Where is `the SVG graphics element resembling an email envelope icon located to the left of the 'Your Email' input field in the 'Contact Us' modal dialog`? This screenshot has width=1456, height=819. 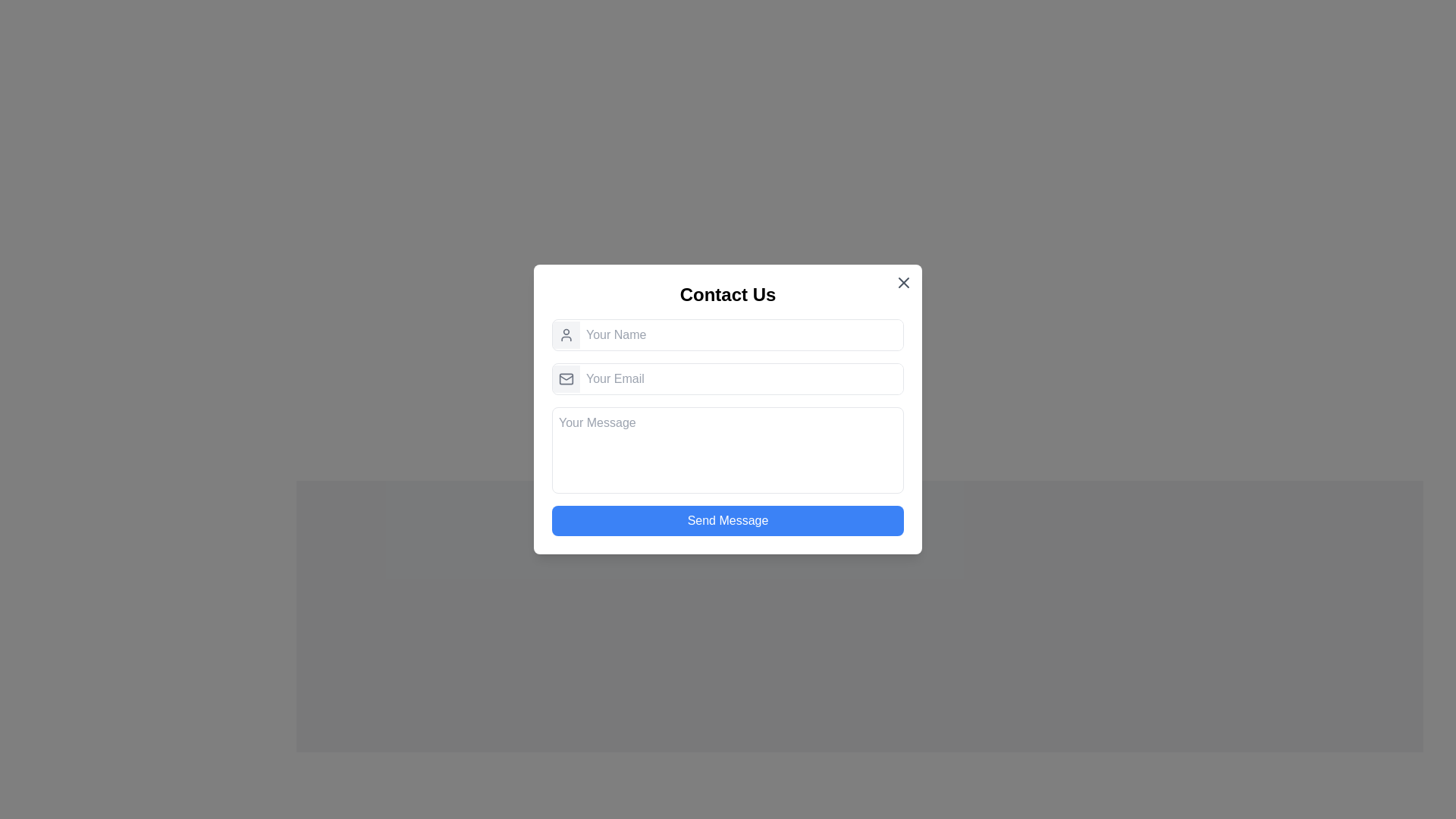 the SVG graphics element resembling an email envelope icon located to the left of the 'Your Email' input field in the 'Contact Us' modal dialog is located at coordinates (566, 378).